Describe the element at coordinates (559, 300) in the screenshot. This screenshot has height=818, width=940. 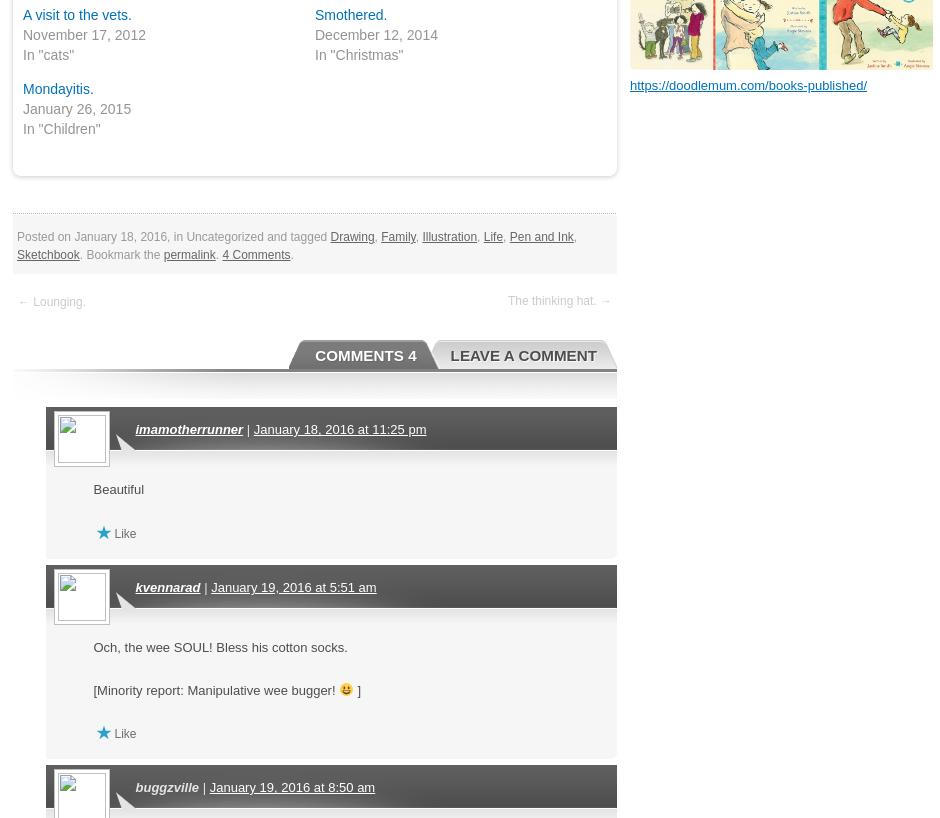
I see `'The thinking hat. →'` at that location.